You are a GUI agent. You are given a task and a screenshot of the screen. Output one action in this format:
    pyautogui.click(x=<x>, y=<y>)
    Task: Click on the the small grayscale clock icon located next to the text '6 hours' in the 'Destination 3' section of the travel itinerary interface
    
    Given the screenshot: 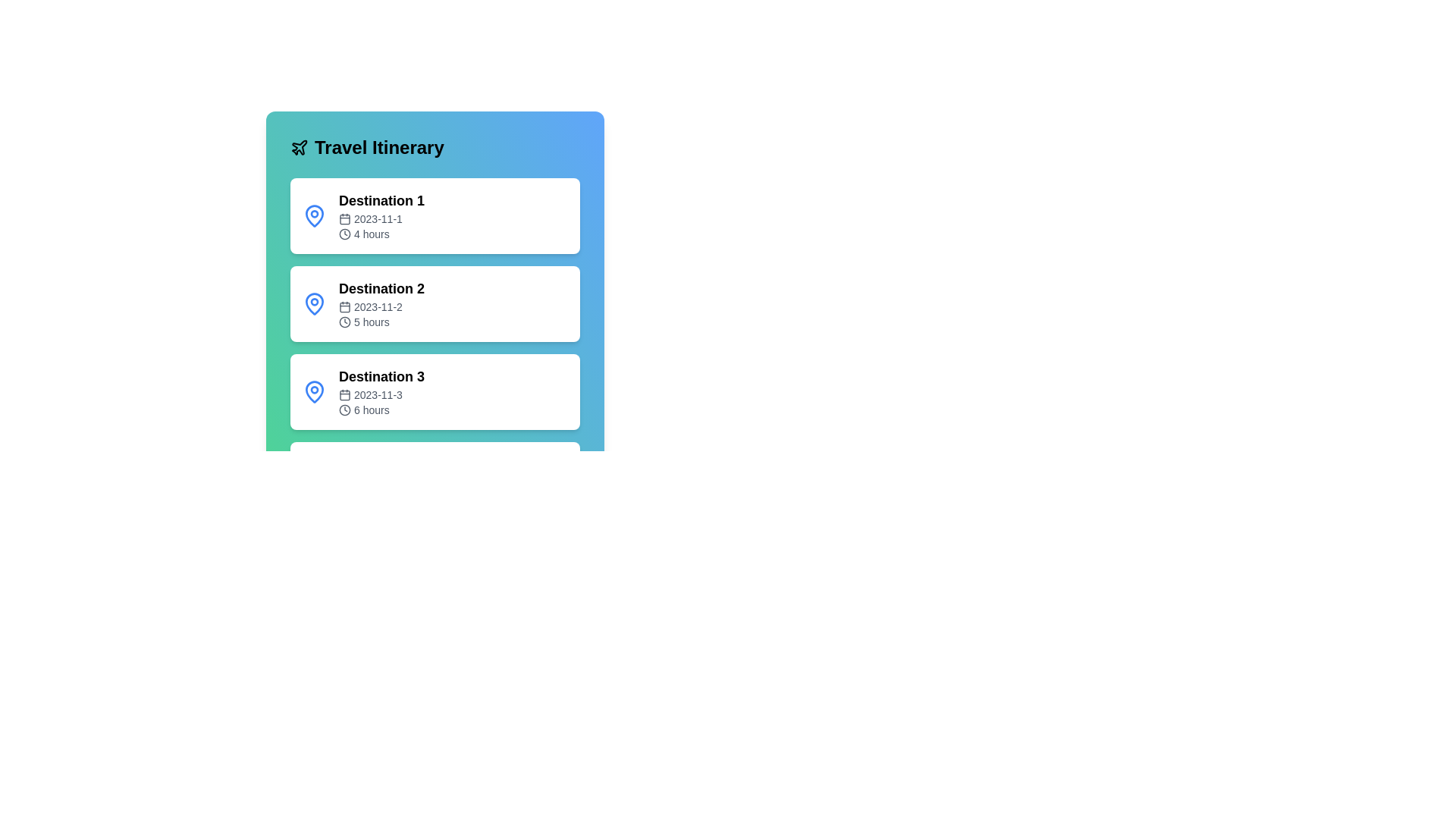 What is the action you would take?
    pyautogui.click(x=344, y=409)
    